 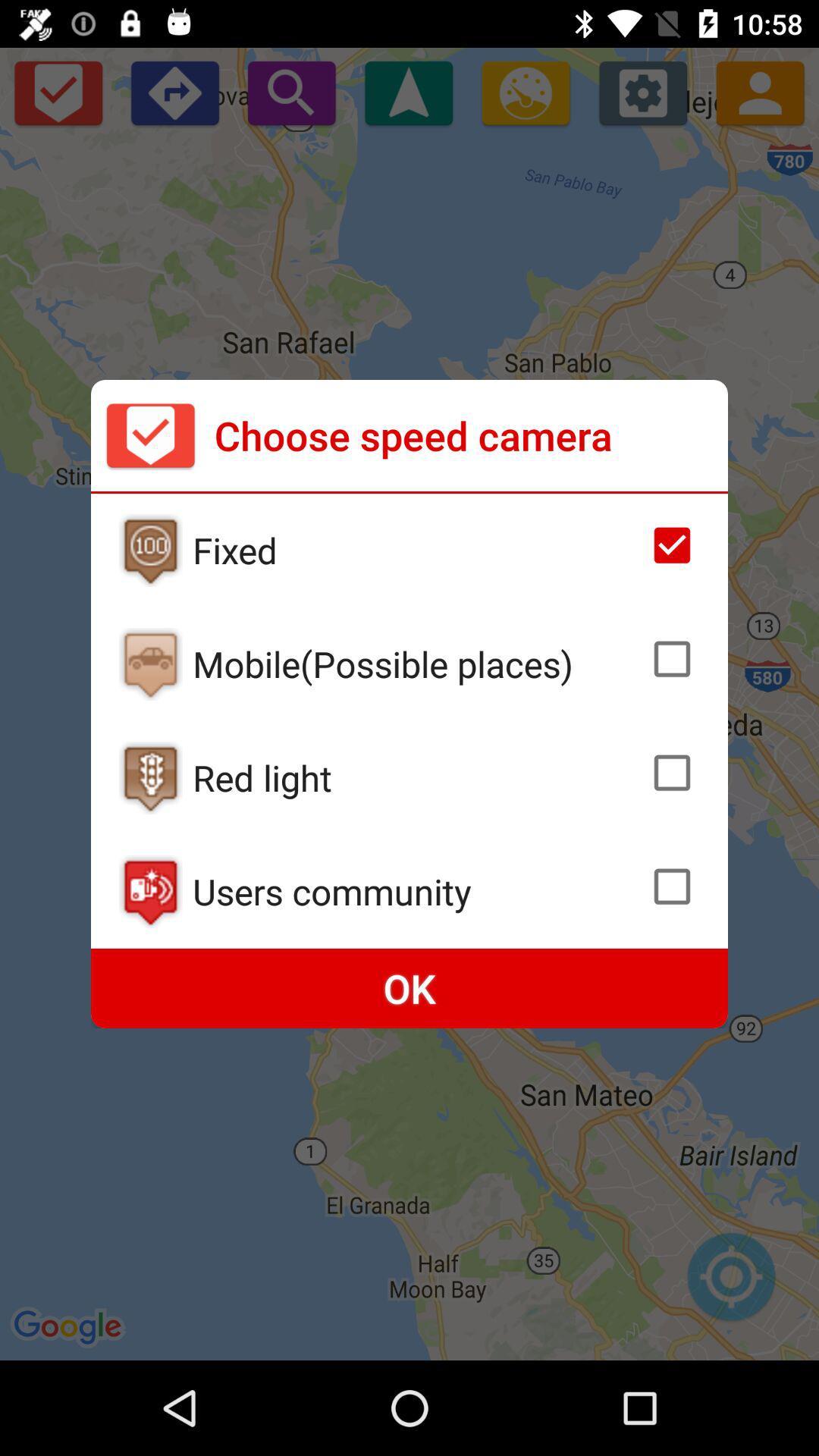 What do you see at coordinates (409, 988) in the screenshot?
I see `ok icon` at bounding box center [409, 988].